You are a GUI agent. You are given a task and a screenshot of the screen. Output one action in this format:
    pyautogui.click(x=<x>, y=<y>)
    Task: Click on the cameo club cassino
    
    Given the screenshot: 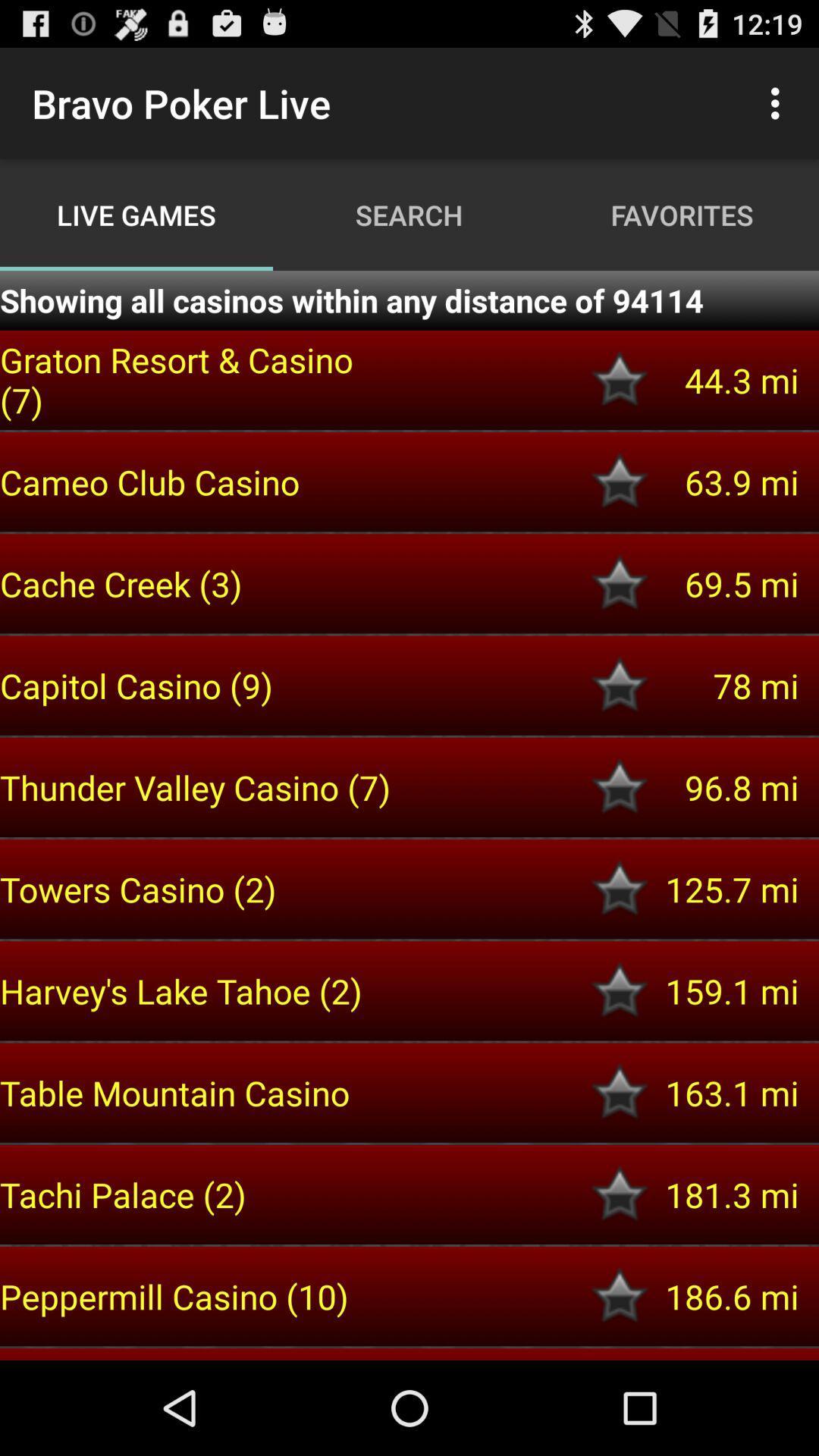 What is the action you would take?
    pyautogui.click(x=620, y=481)
    